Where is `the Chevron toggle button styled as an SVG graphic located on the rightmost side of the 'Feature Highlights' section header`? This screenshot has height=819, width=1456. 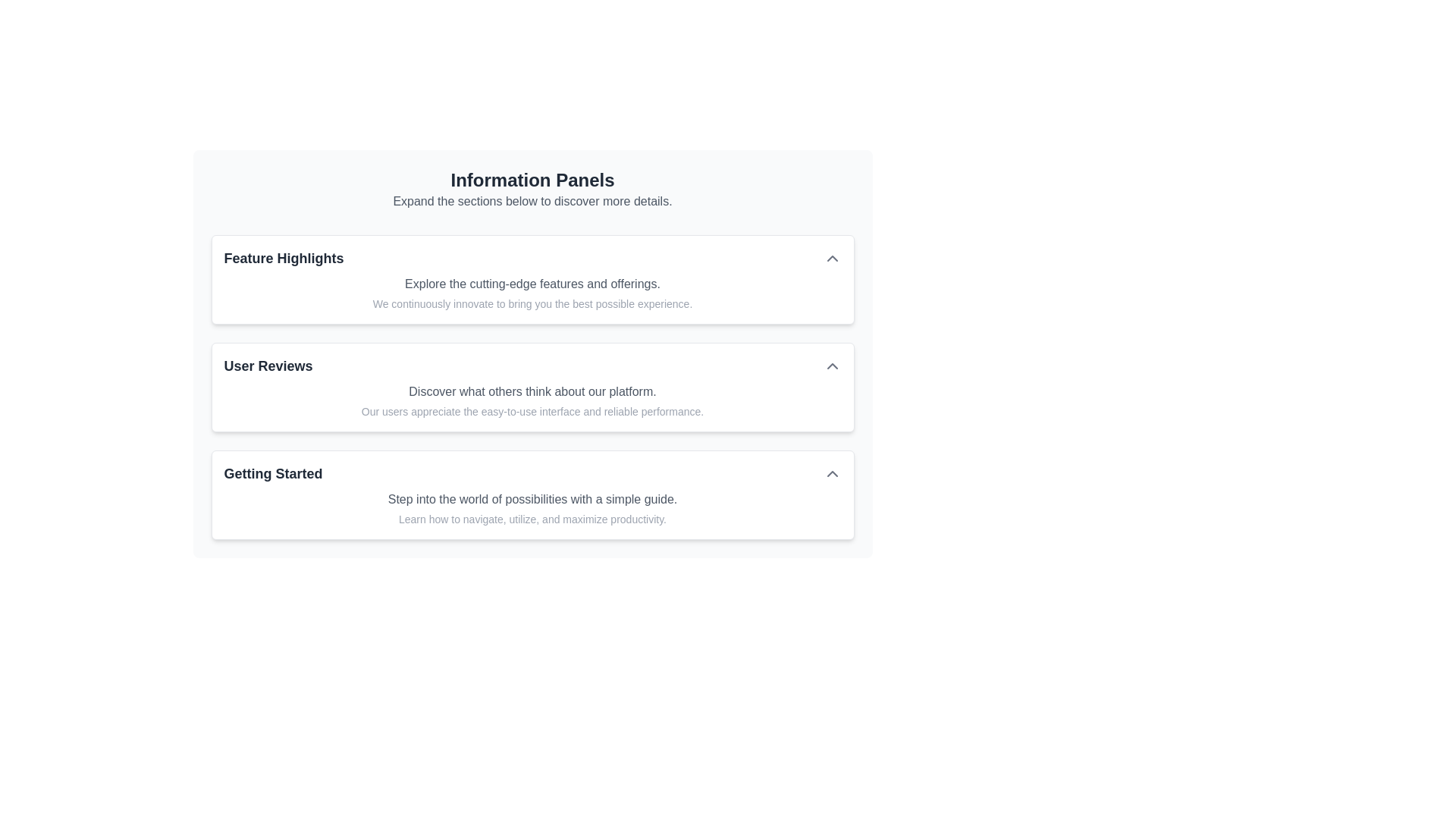 the Chevron toggle button styled as an SVG graphic located on the rightmost side of the 'Feature Highlights' section header is located at coordinates (831, 257).